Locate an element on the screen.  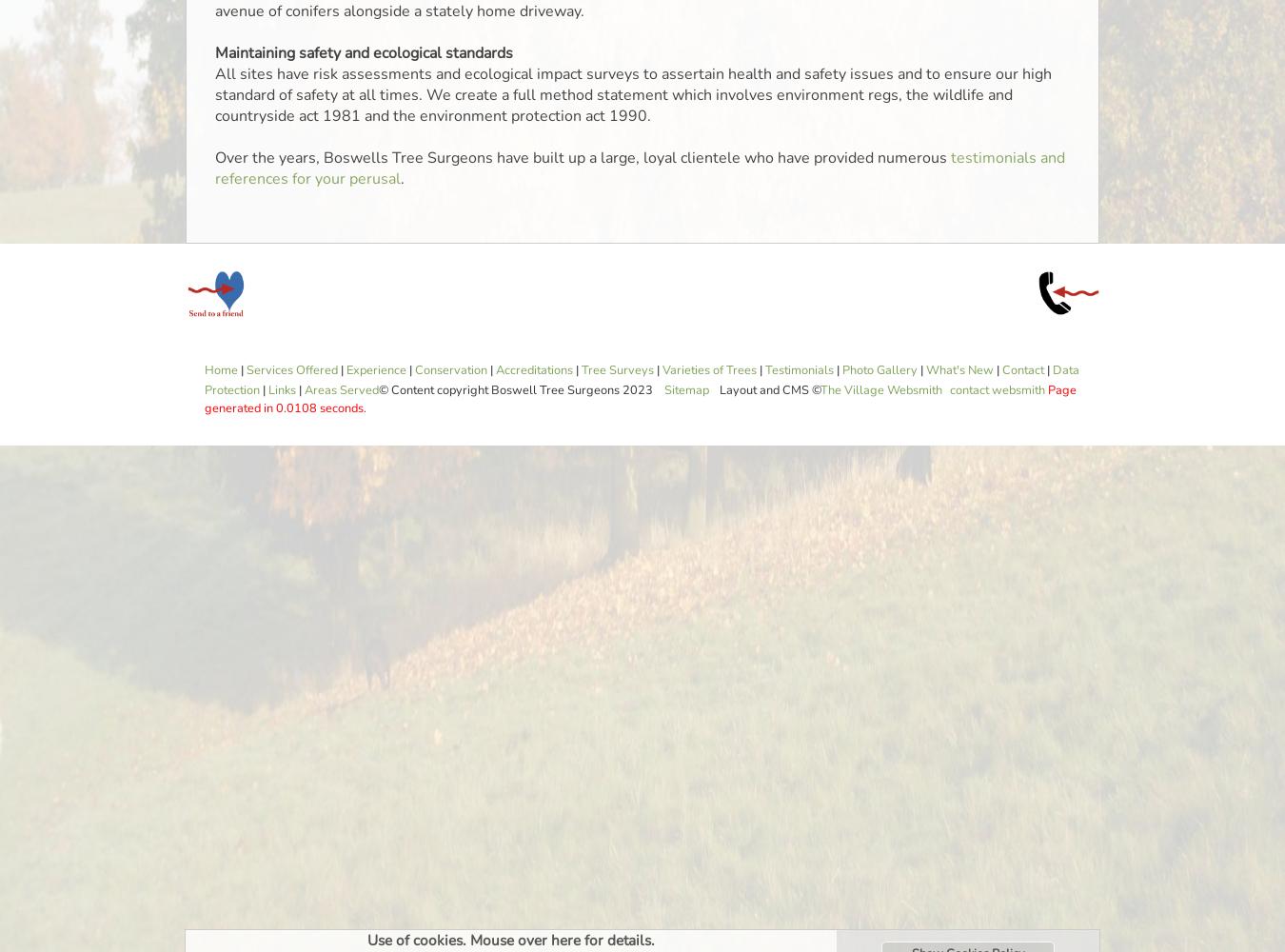
'Data Protection' is located at coordinates (642, 380).